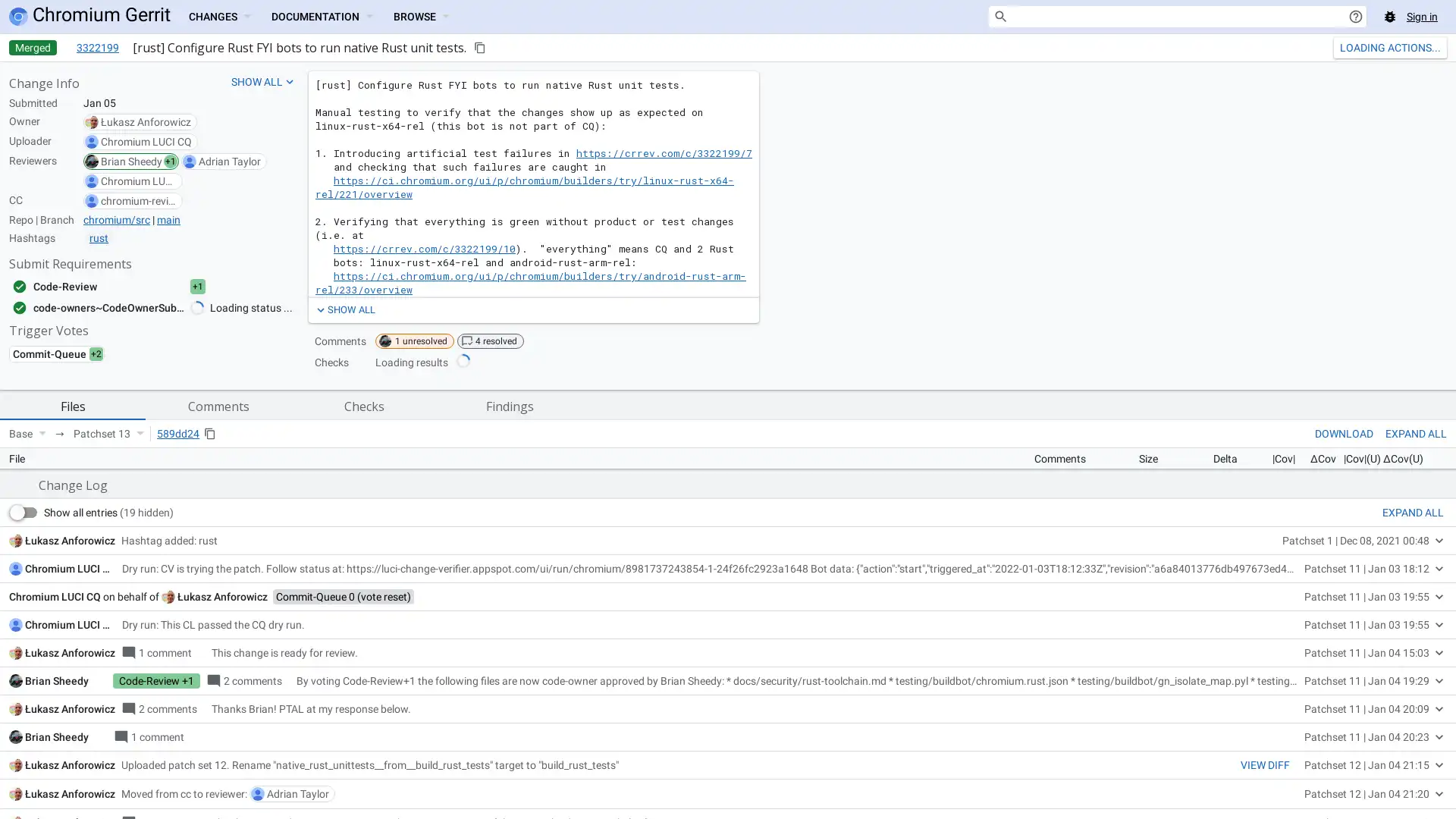 The width and height of the screenshot is (1456, 819). Describe the element at coordinates (221, 805) in the screenshot. I see `ukasz Anforowicz` at that location.